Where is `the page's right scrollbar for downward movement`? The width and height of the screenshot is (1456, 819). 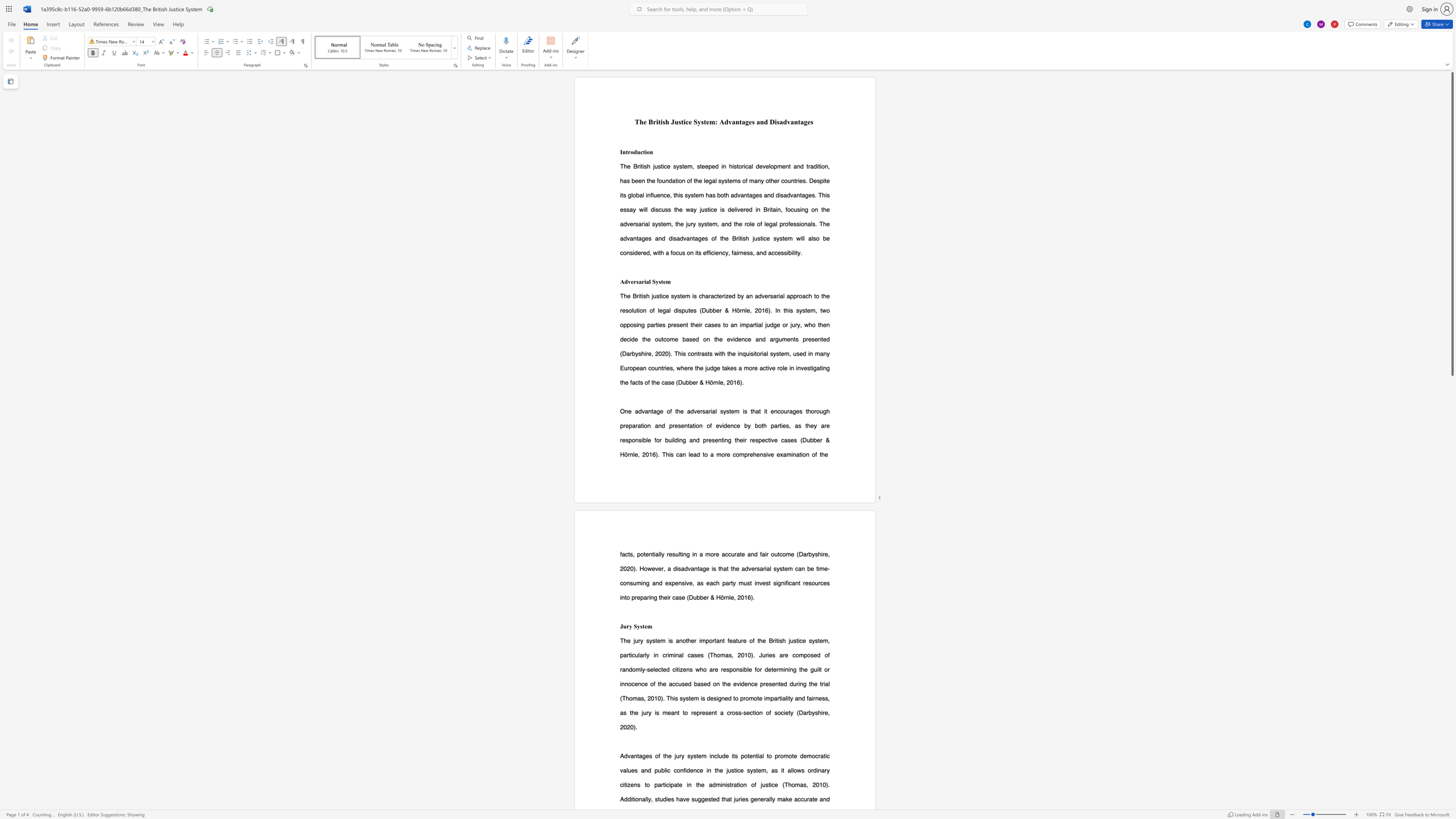 the page's right scrollbar for downward movement is located at coordinates (1451, 538).